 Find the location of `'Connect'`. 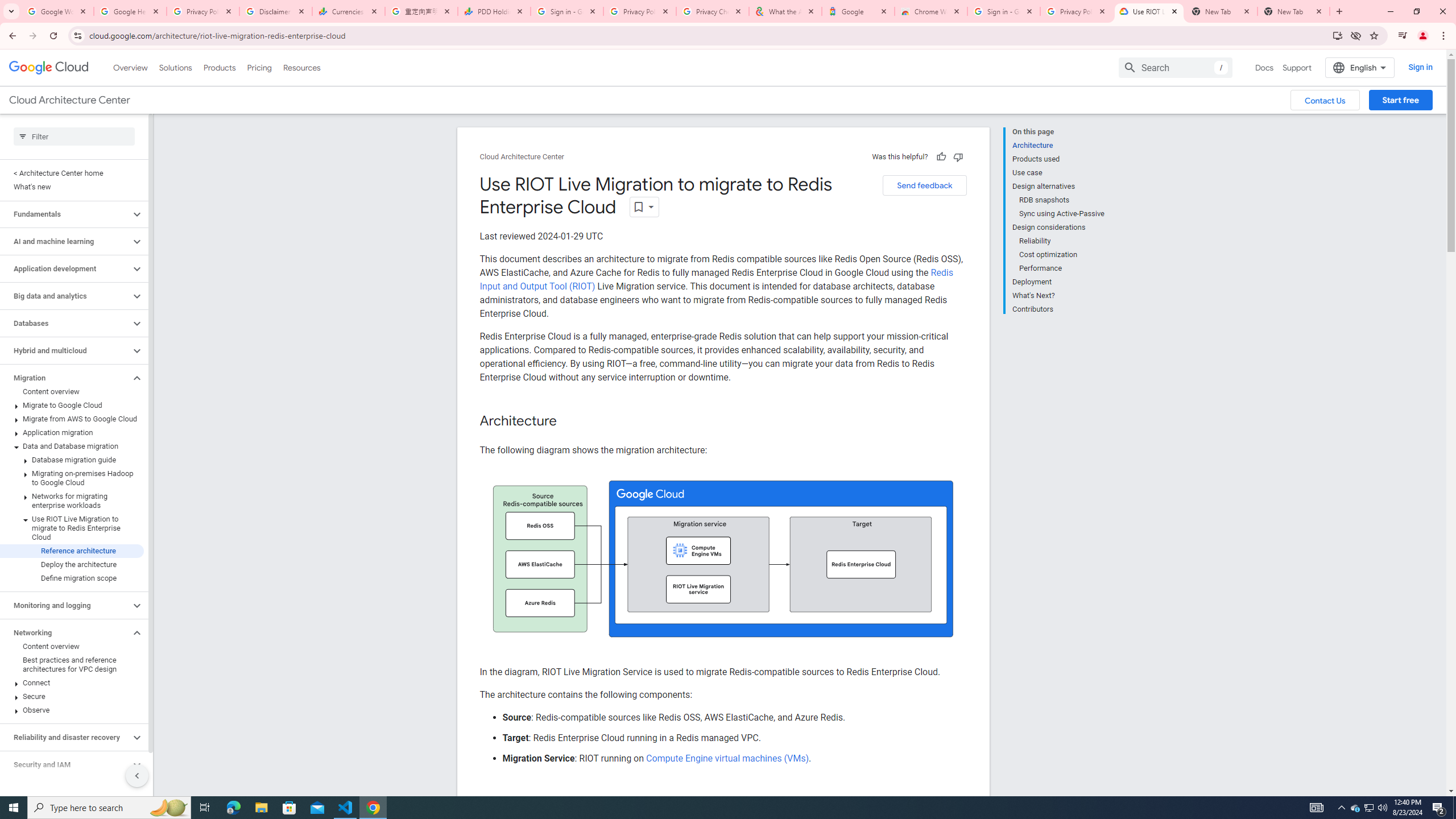

'Connect' is located at coordinates (72, 682).